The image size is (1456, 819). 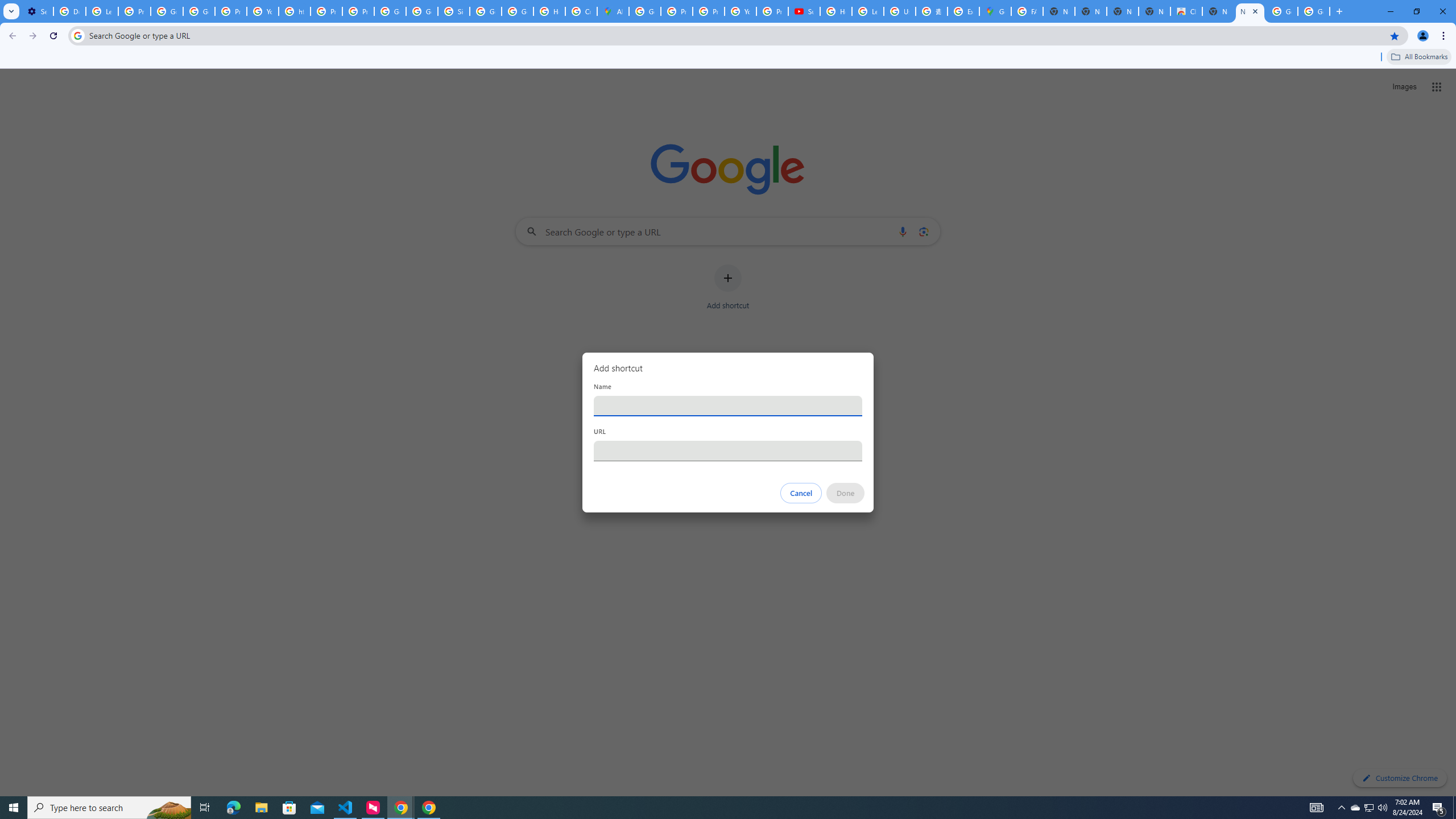 I want to click on 'Explore new street-level details - Google Maps Help', so click(x=962, y=11).